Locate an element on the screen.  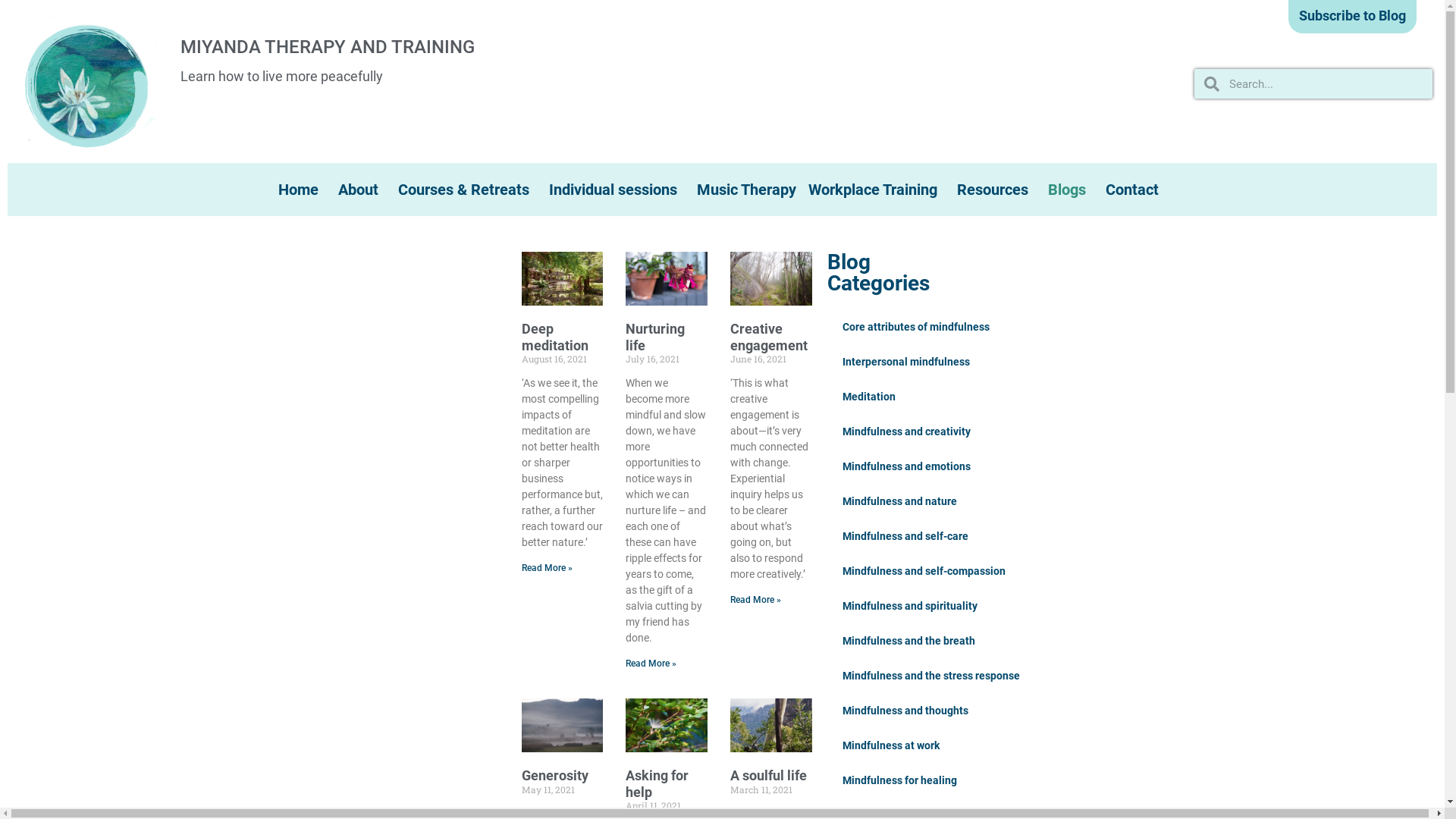
'Mindfulness and nature' is located at coordinates (899, 500).